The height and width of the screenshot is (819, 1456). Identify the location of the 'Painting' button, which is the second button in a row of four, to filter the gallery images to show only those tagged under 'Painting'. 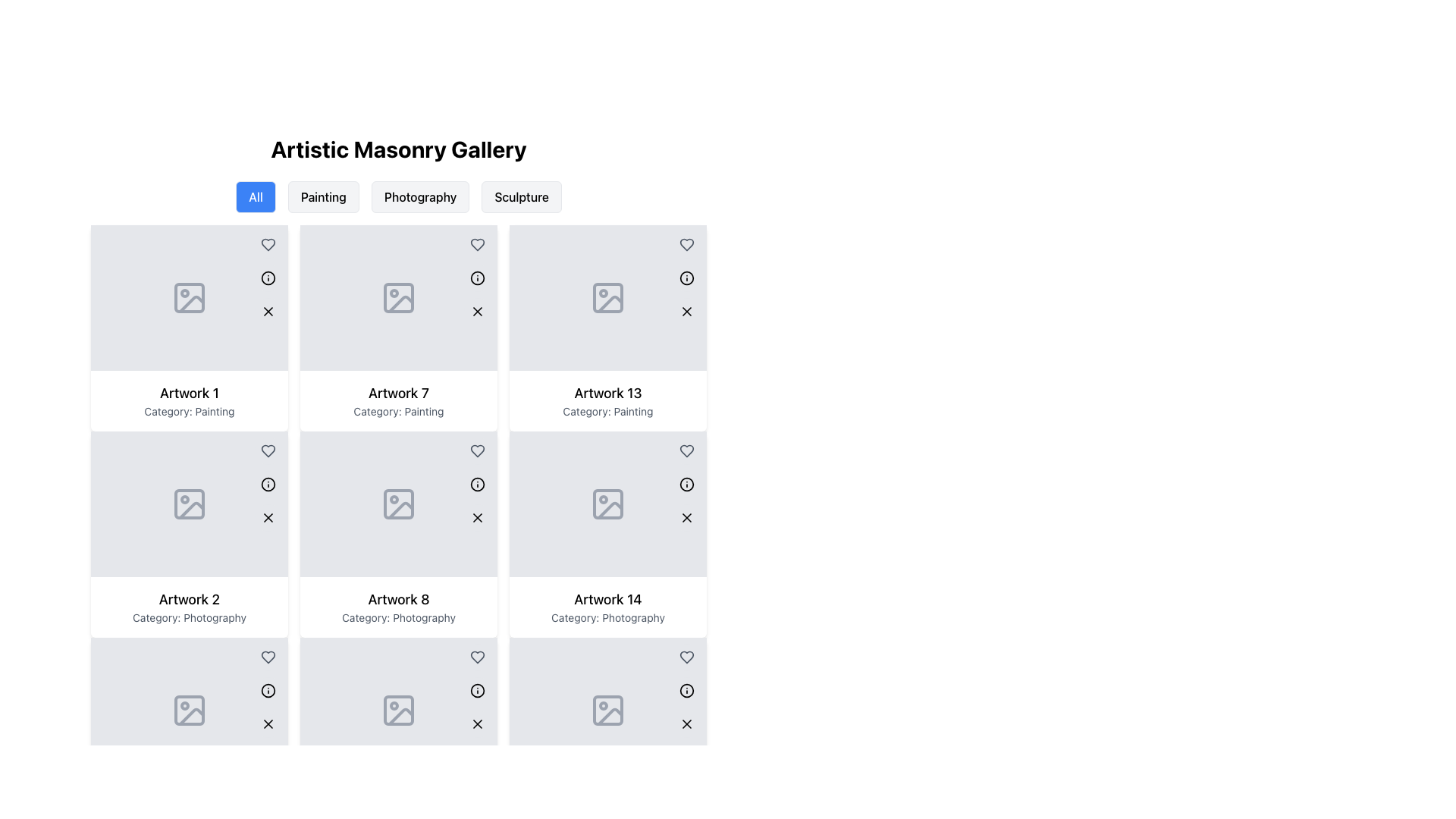
(322, 196).